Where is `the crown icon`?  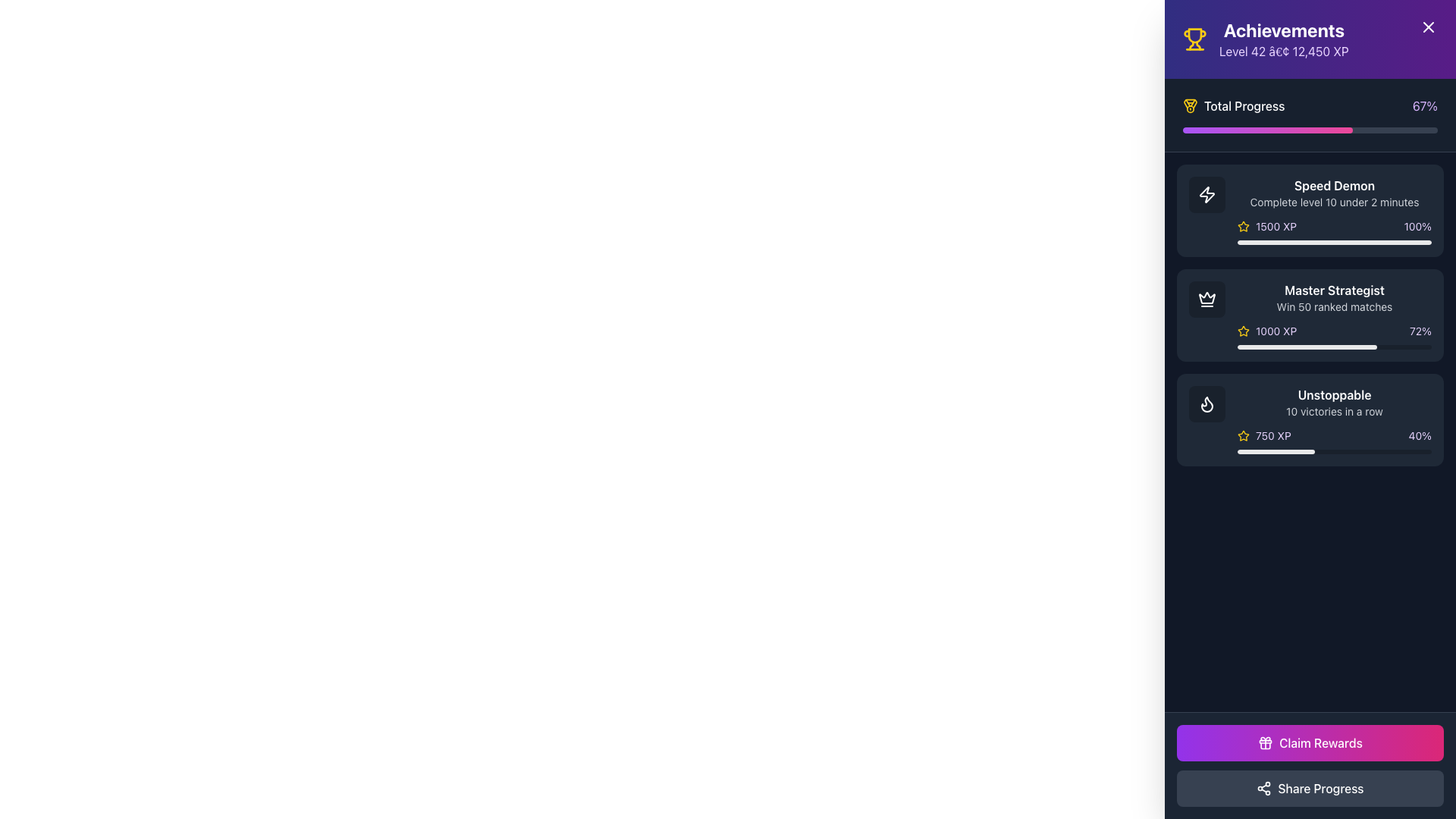 the crown icon is located at coordinates (1207, 299).